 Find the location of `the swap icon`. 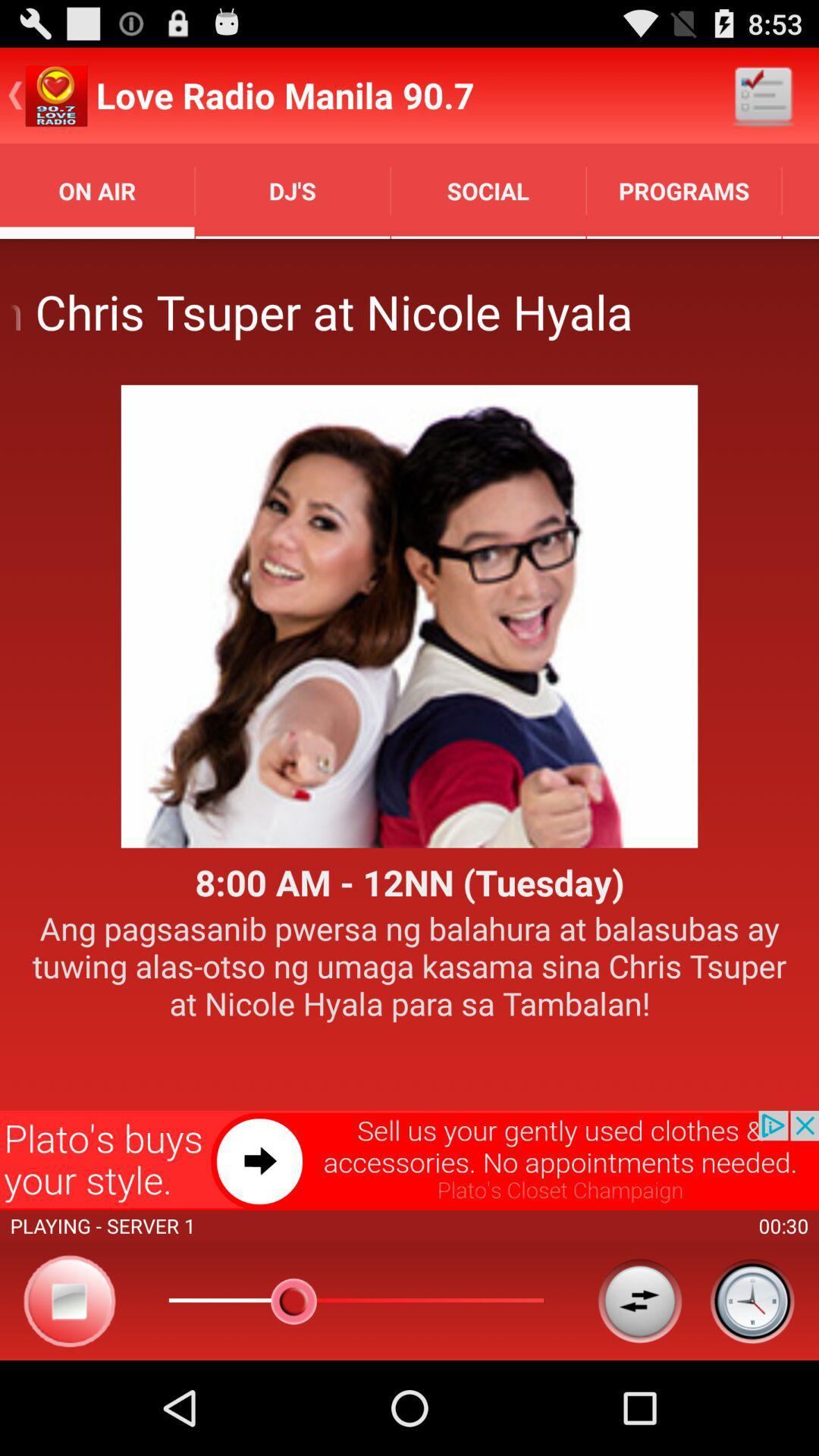

the swap icon is located at coordinates (639, 1392).